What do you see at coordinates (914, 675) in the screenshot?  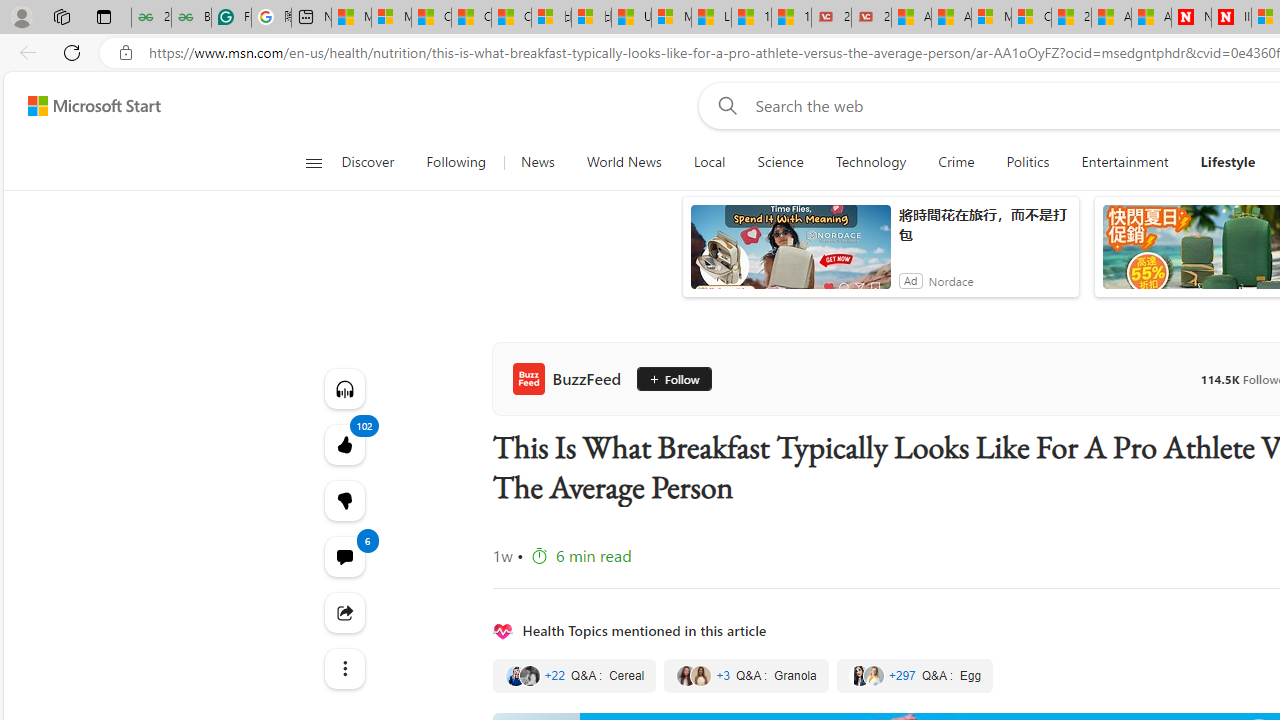 I see `'Egg'` at bounding box center [914, 675].